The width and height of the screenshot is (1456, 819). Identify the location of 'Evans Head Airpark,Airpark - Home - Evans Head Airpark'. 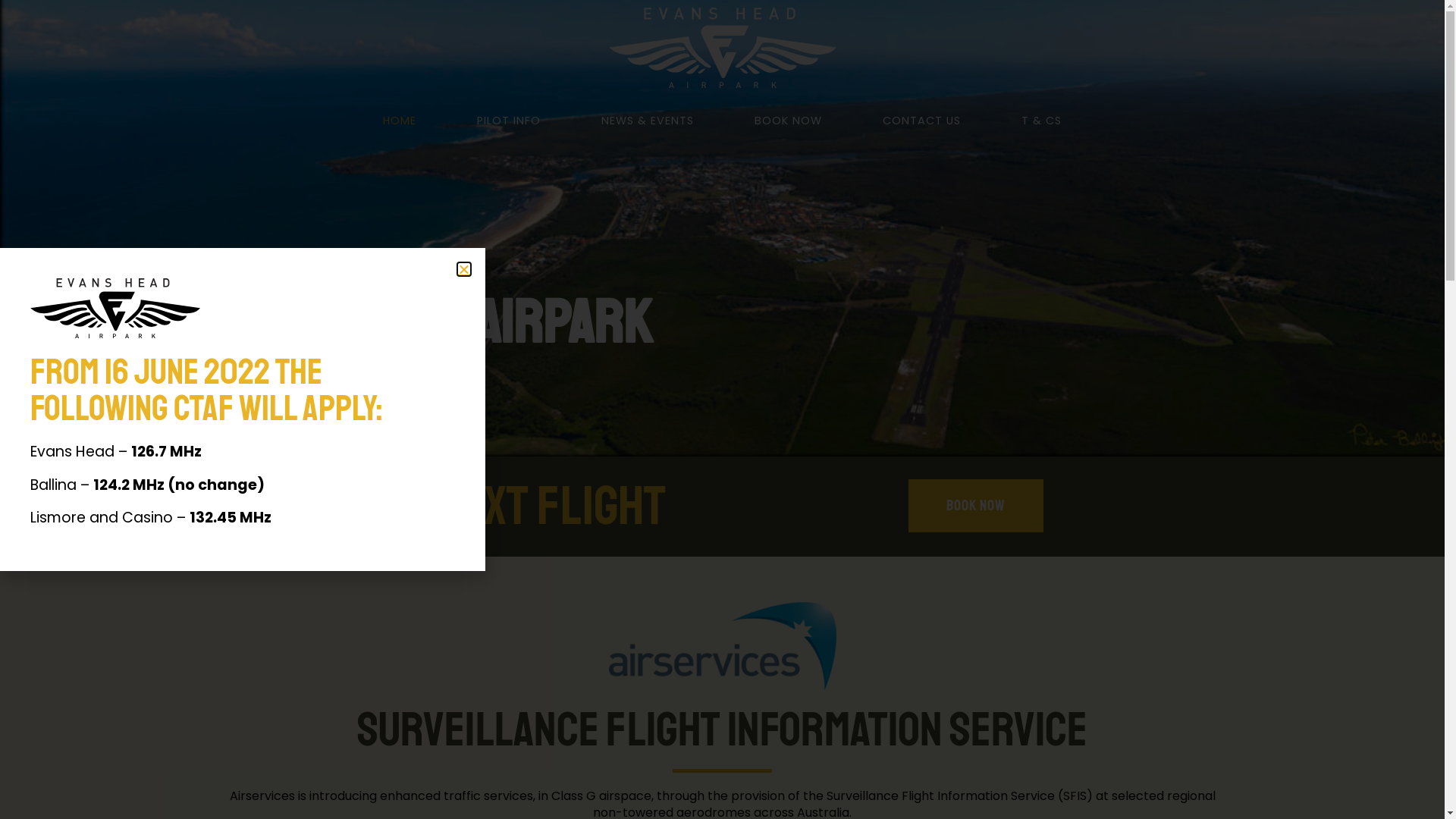
(720, 646).